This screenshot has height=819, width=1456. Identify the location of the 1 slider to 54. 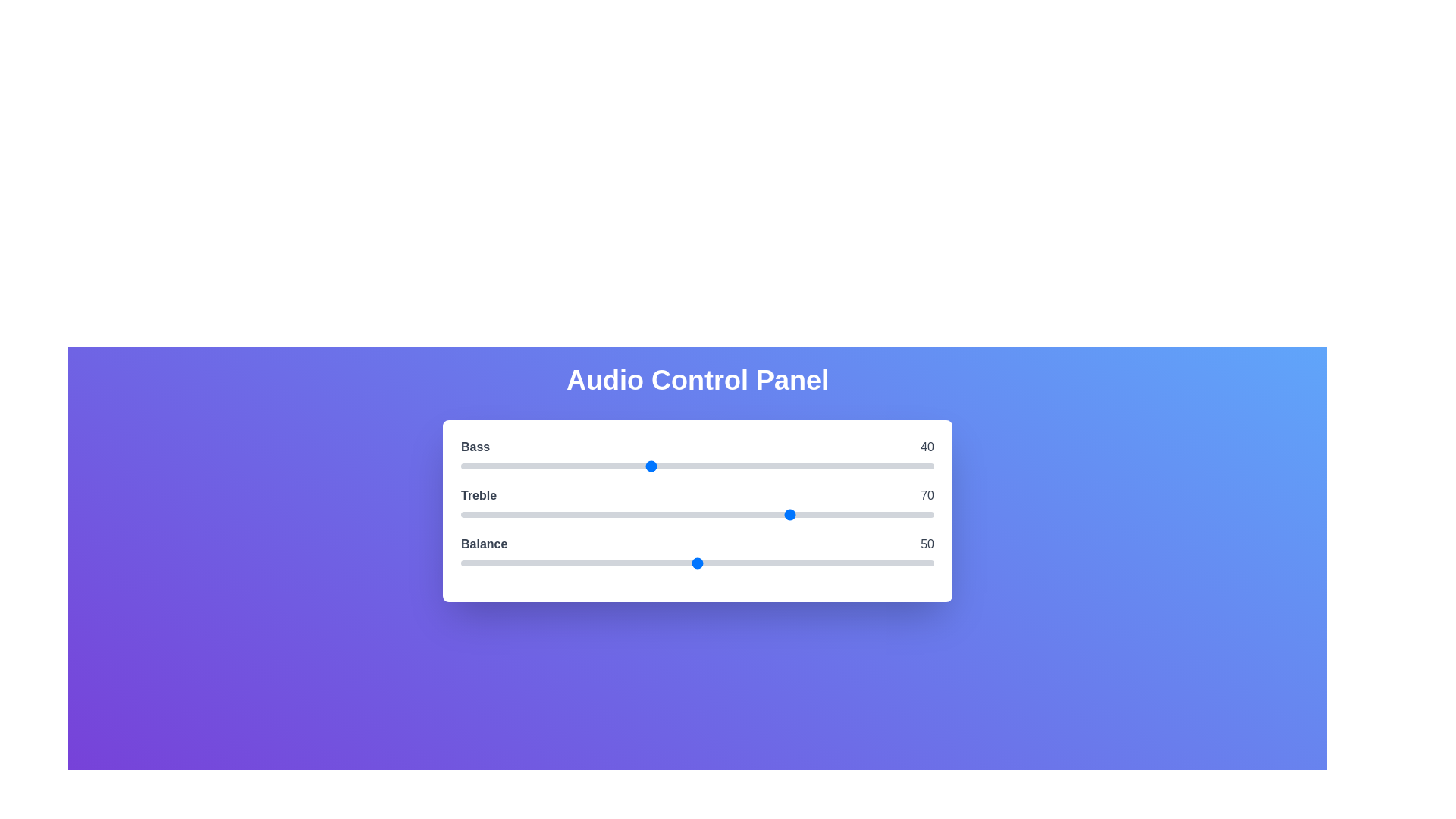
(716, 513).